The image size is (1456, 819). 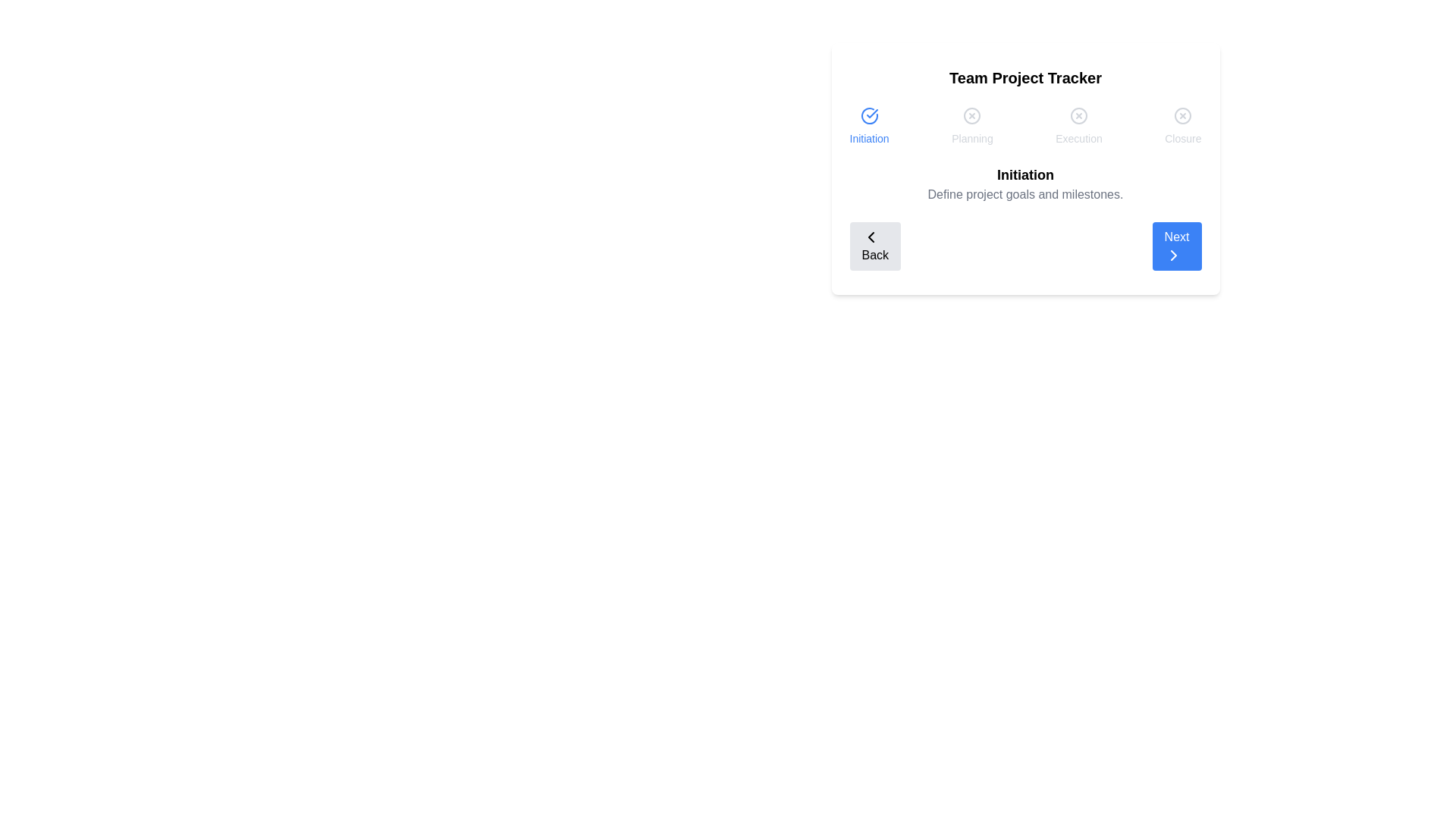 What do you see at coordinates (1175, 245) in the screenshot?
I see `the 'Next' button to navigate to the next step` at bounding box center [1175, 245].